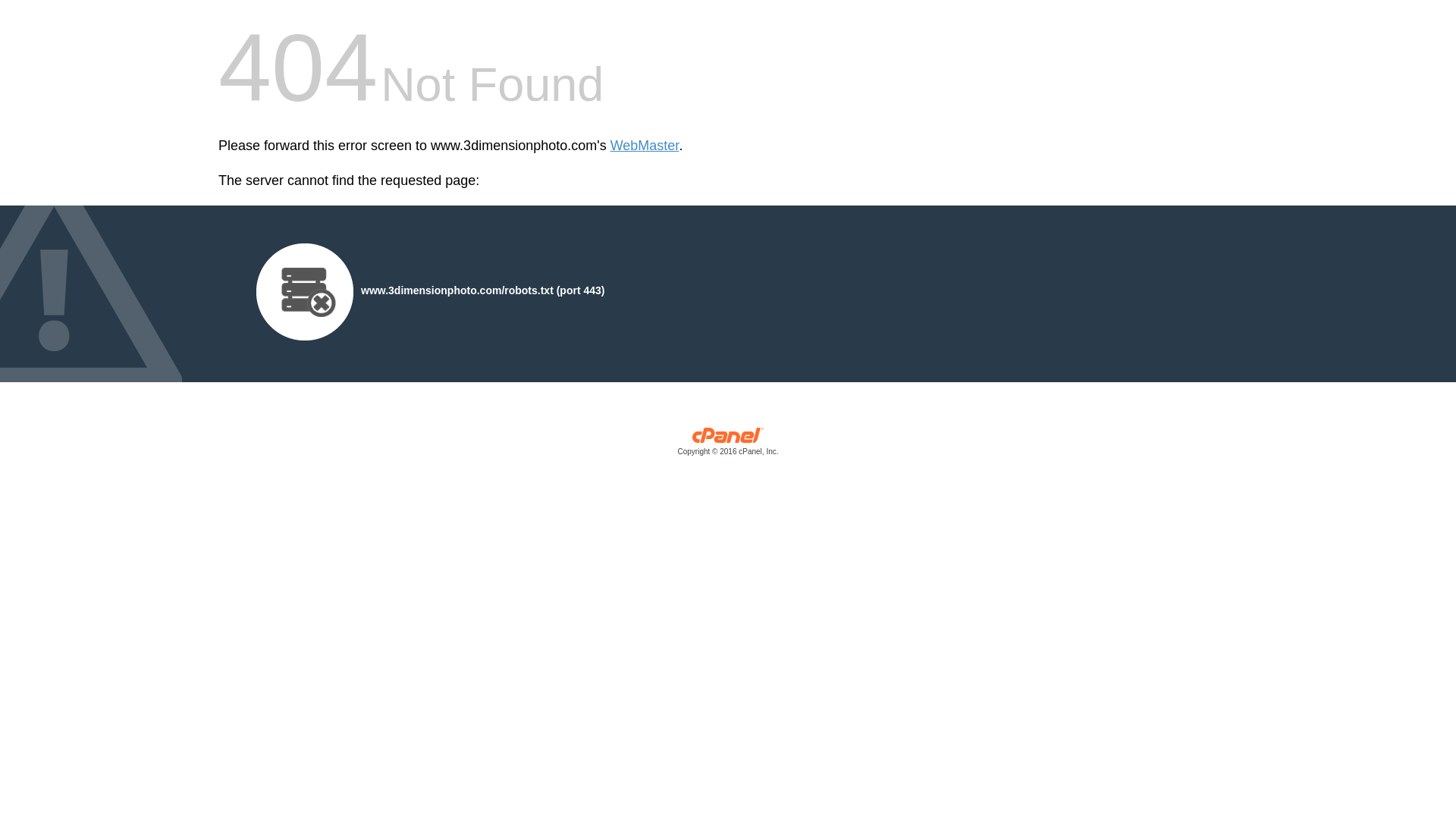  Describe the element at coordinates (645, 146) in the screenshot. I see `'WebMaster'` at that location.